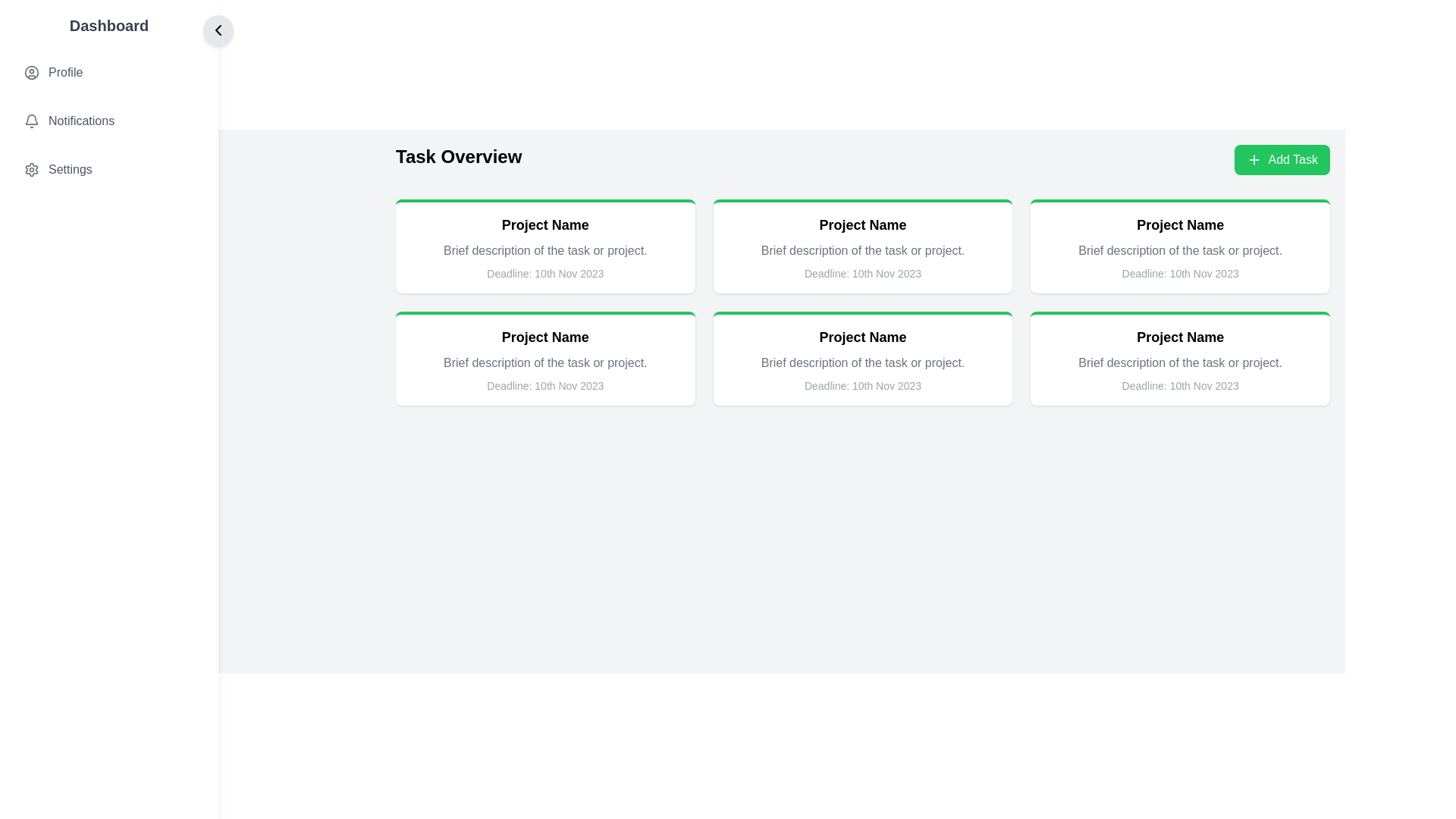 The height and width of the screenshot is (819, 1456). What do you see at coordinates (545, 385) in the screenshot?
I see `the non-interactive informational Text label indicating the due date of the associated task or project, located at the bottom of the task details card` at bounding box center [545, 385].